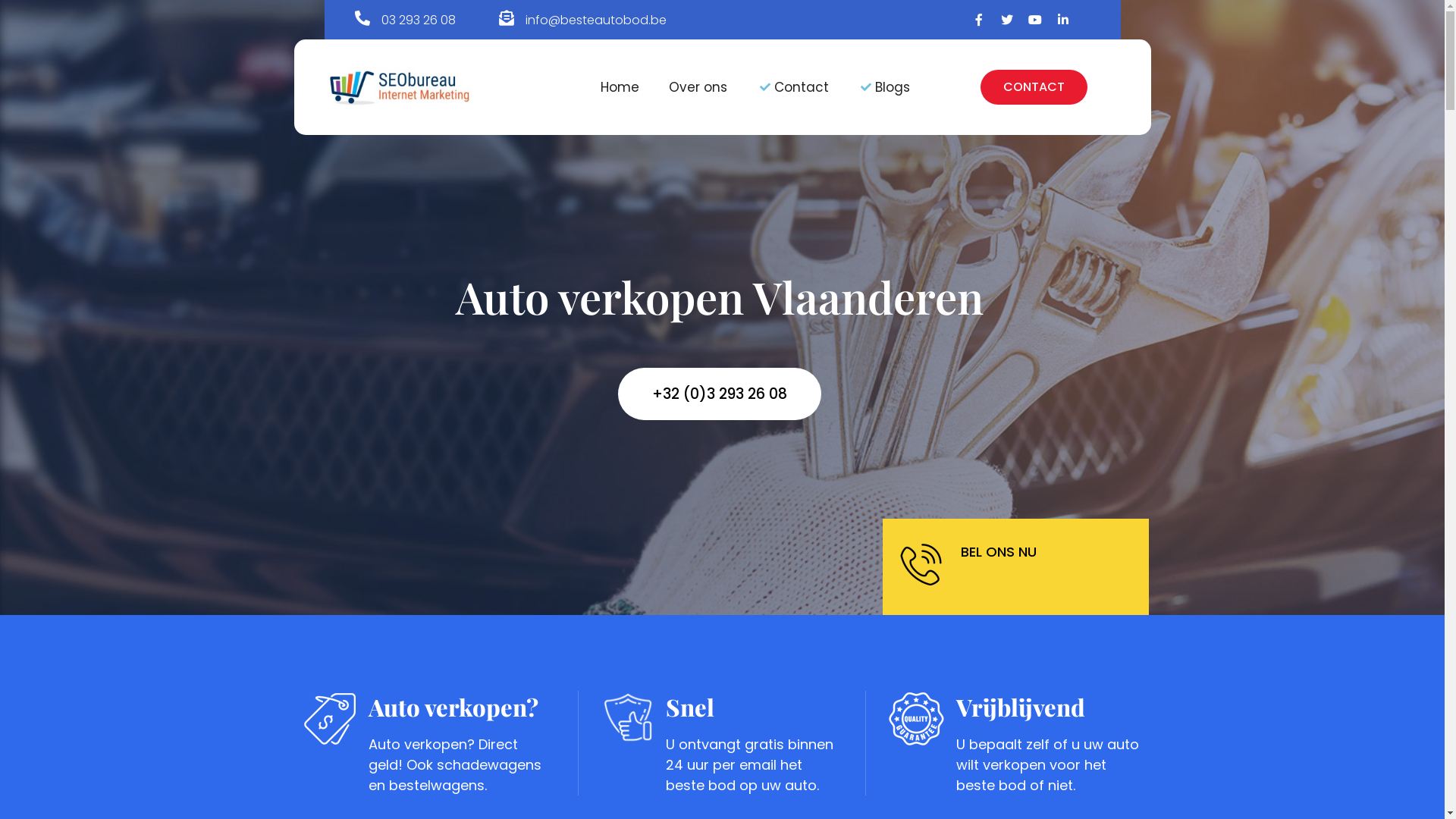  What do you see at coordinates (697, 87) in the screenshot?
I see `'Over ons'` at bounding box center [697, 87].